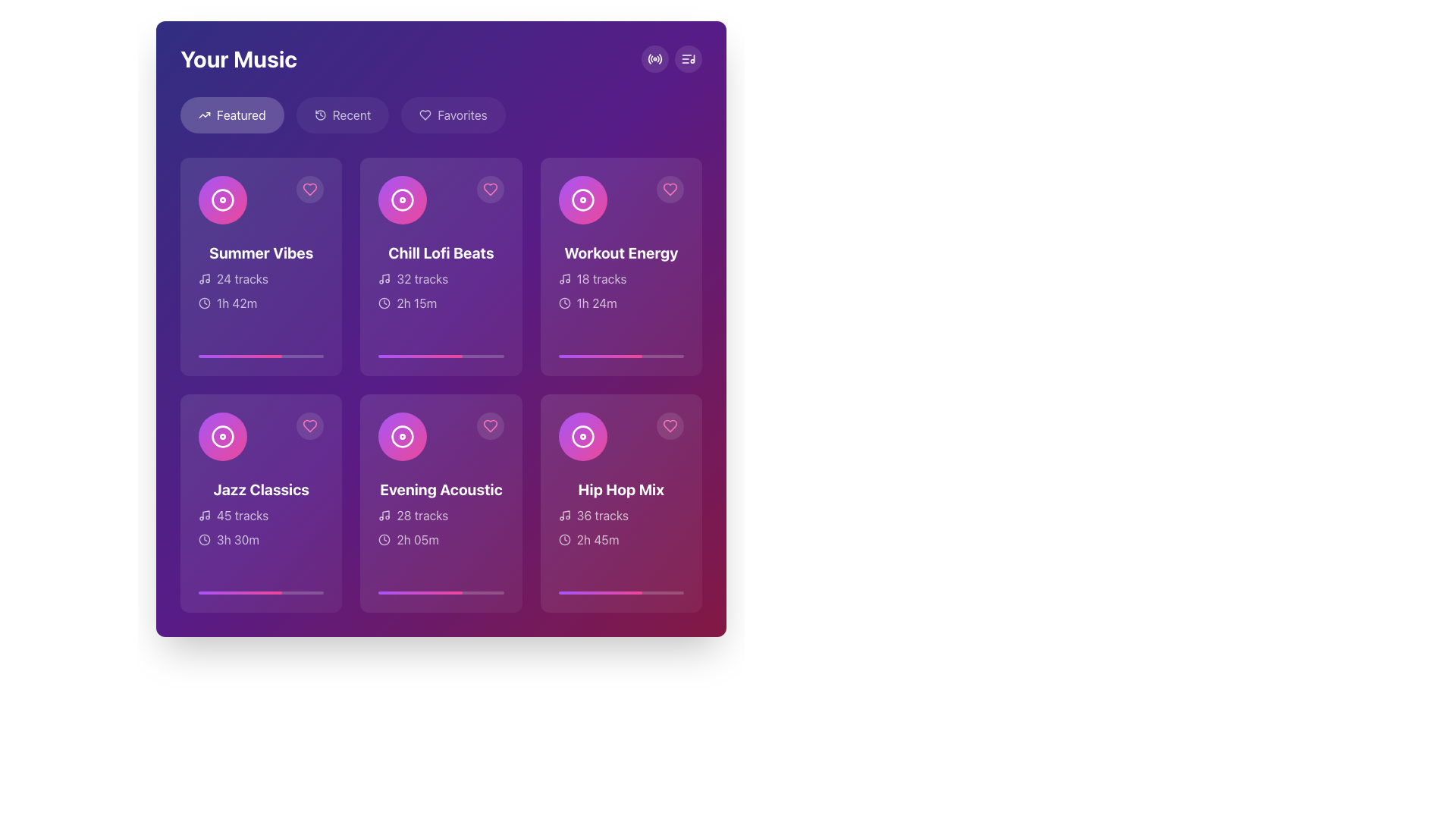 The height and width of the screenshot is (819, 1456). What do you see at coordinates (238, 58) in the screenshot?
I see `text label 'Your Music' which is styled in large, bold, white font against a purple gradient background, located at the top-left corner of the page` at bounding box center [238, 58].